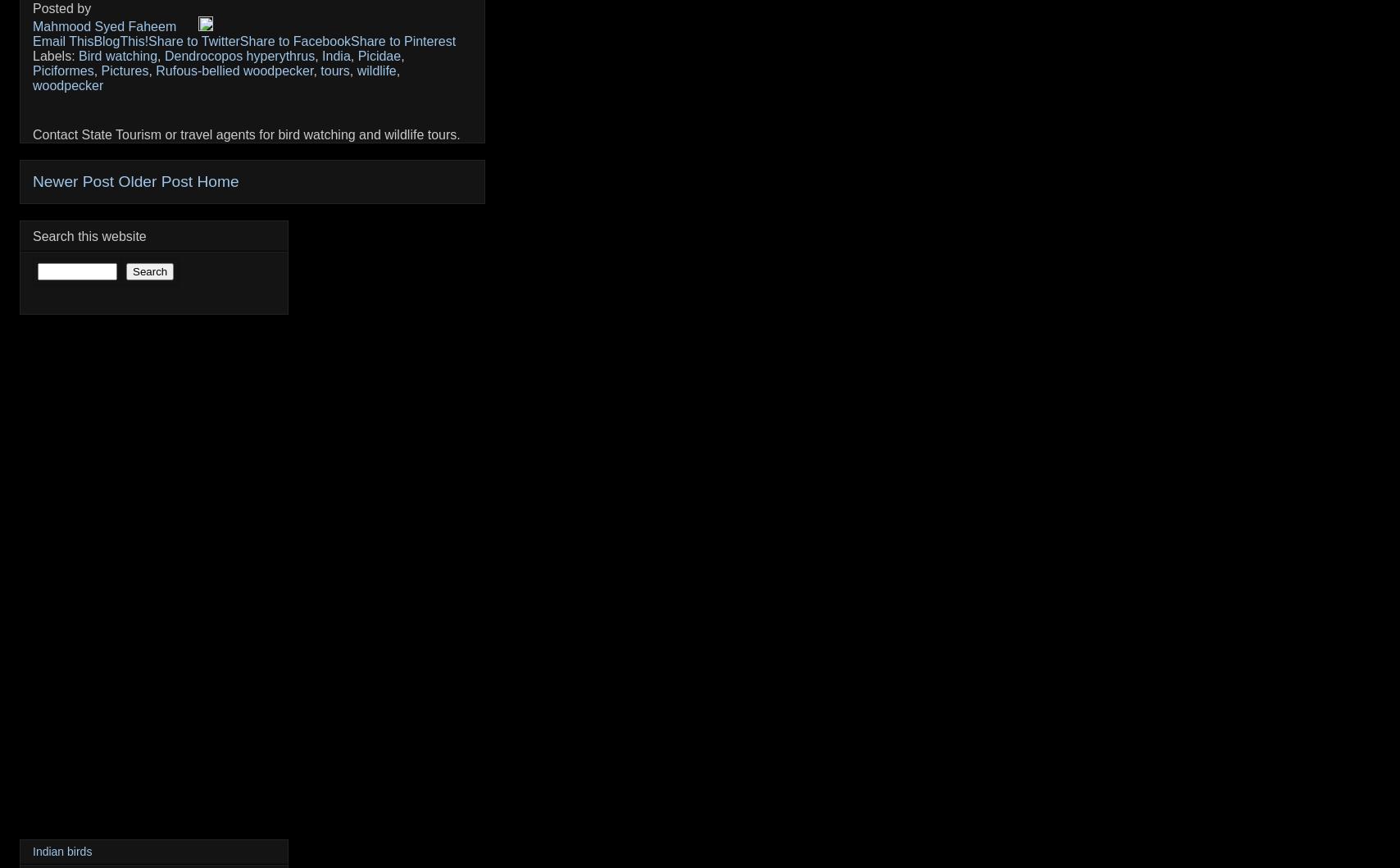  I want to click on 'Email This', so click(63, 41).